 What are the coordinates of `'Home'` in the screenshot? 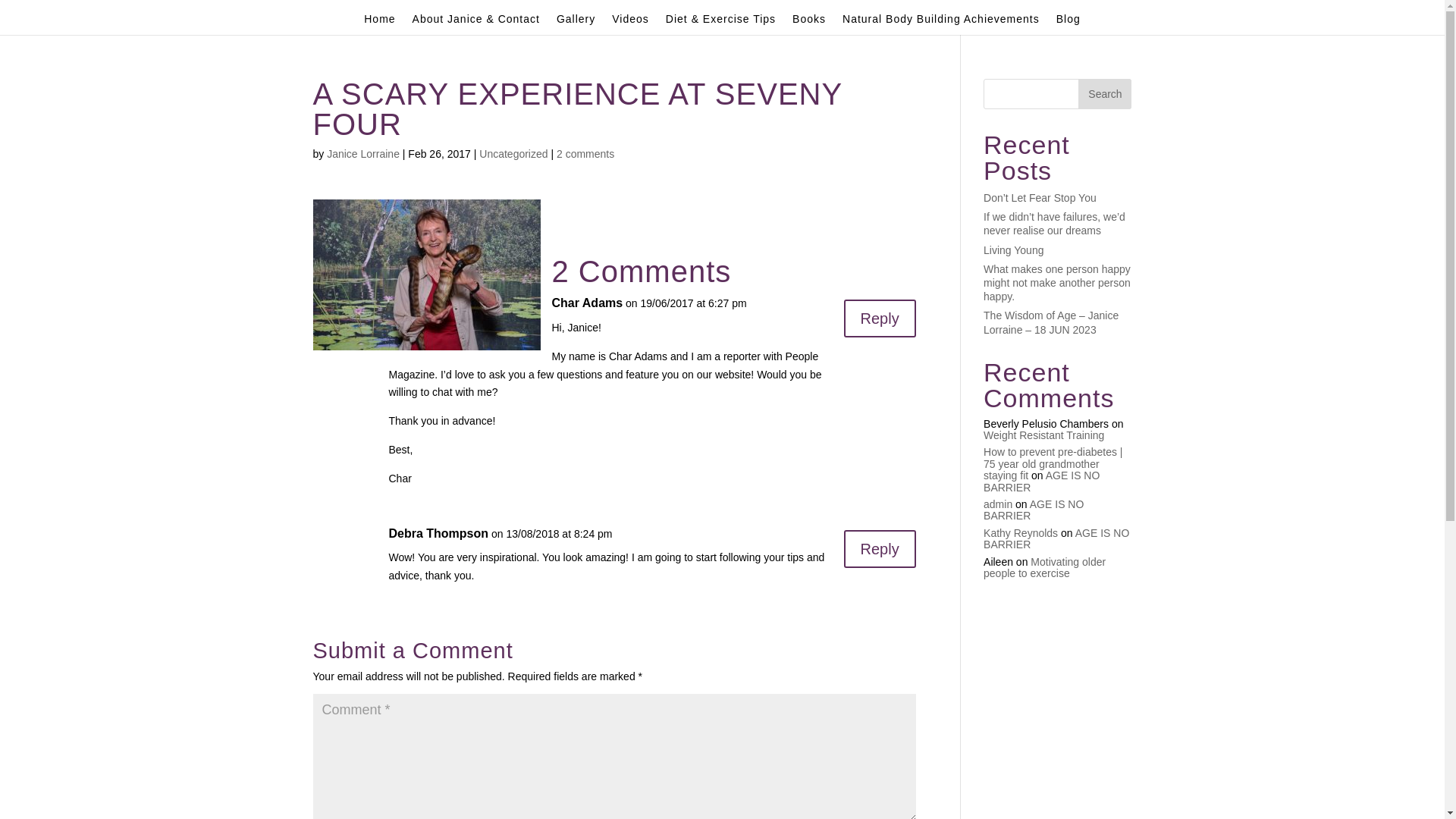 It's located at (379, 24).